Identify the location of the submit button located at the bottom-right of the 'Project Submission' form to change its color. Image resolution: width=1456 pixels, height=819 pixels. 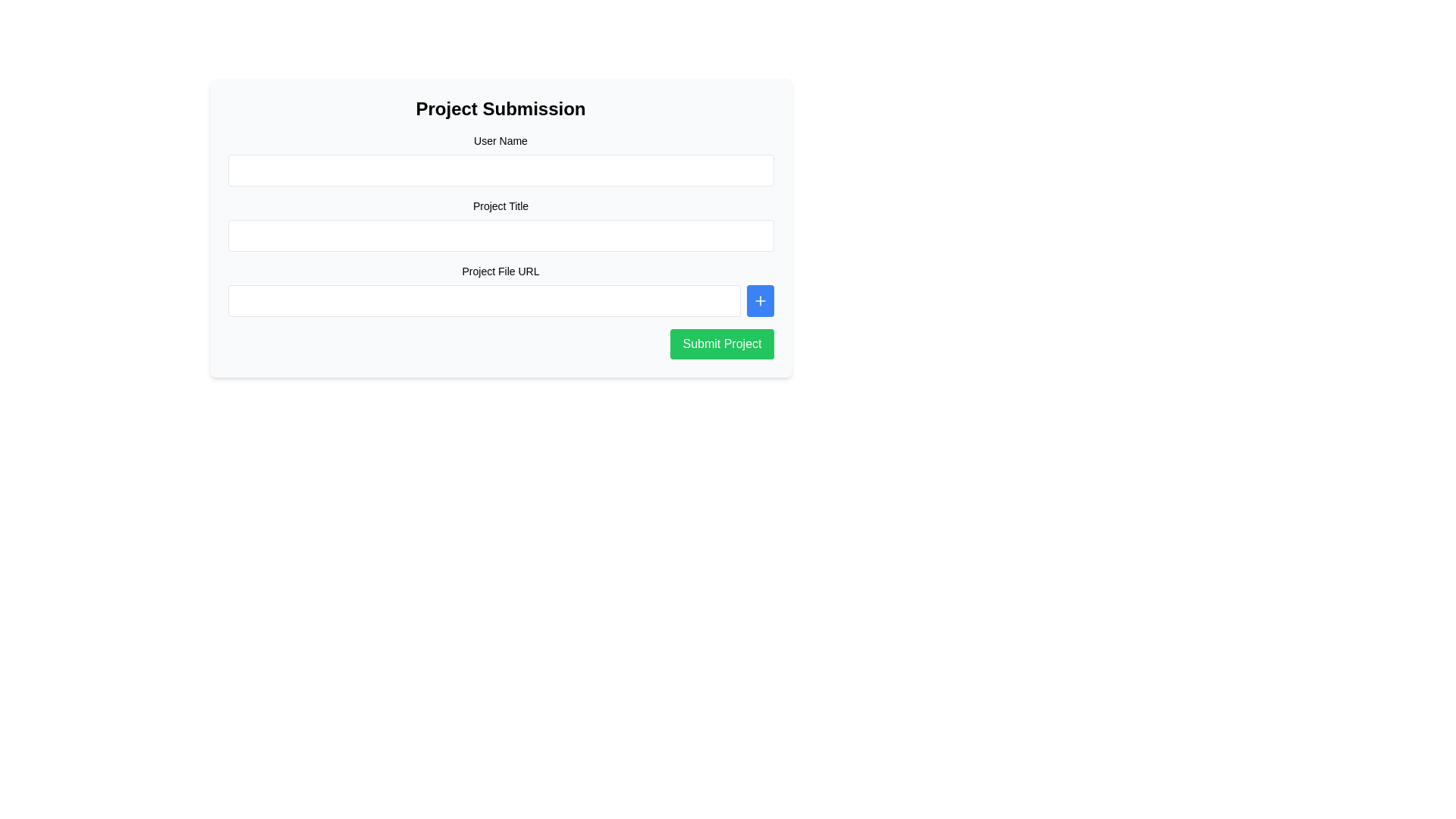
(721, 344).